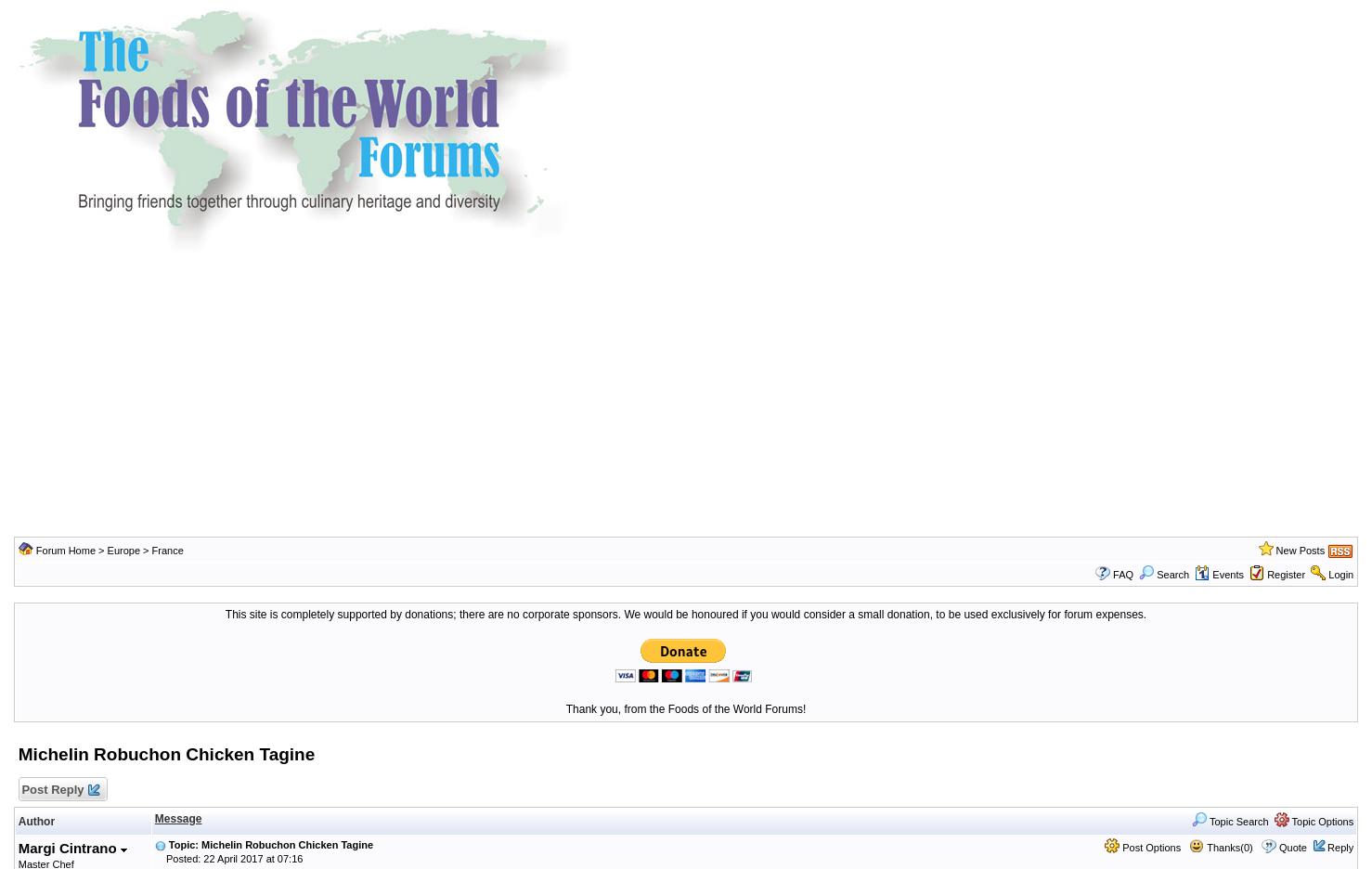 The width and height of the screenshot is (1372, 869). Describe the element at coordinates (1340, 574) in the screenshot. I see `'Login'` at that location.